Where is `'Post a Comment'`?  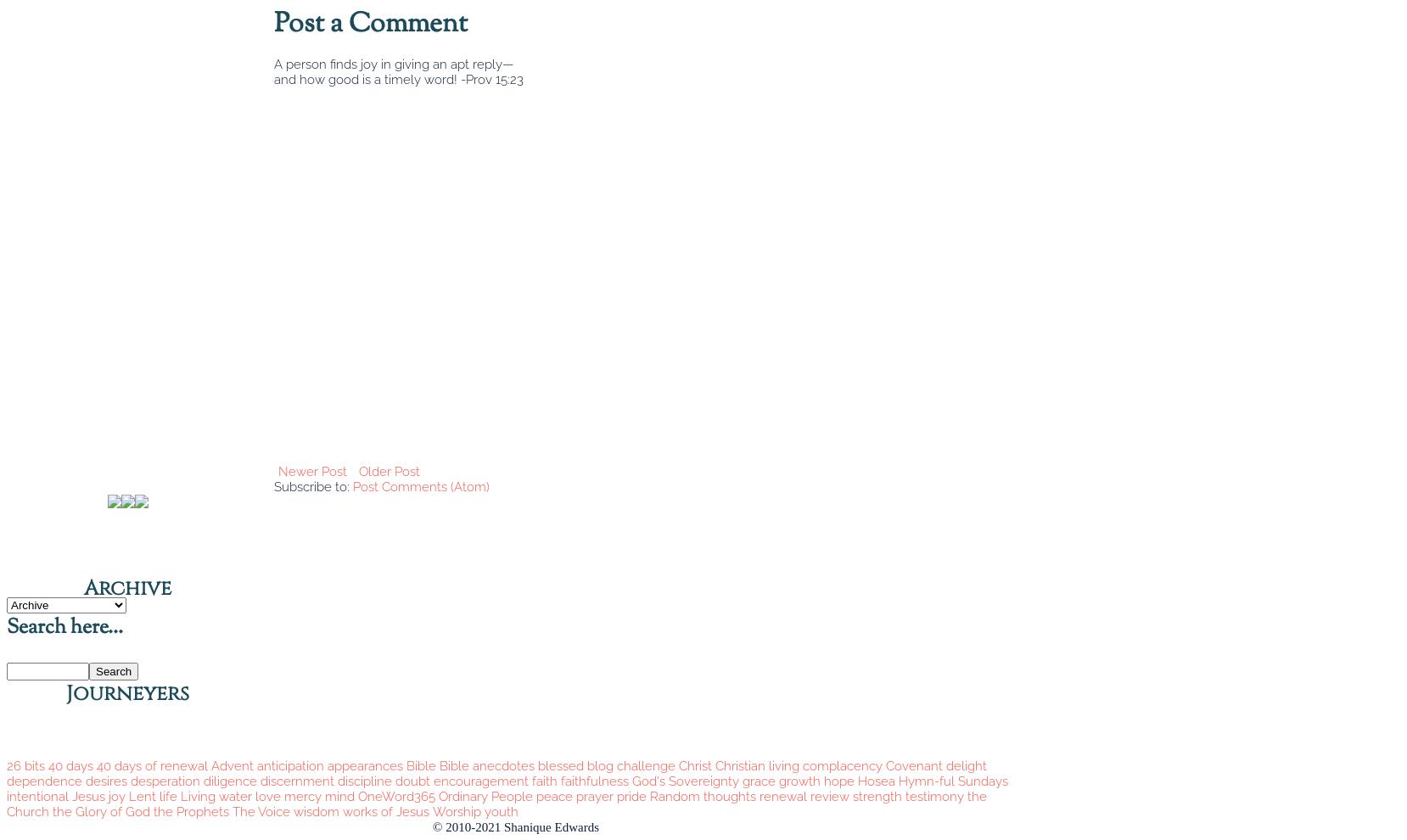 'Post a Comment' is located at coordinates (371, 24).